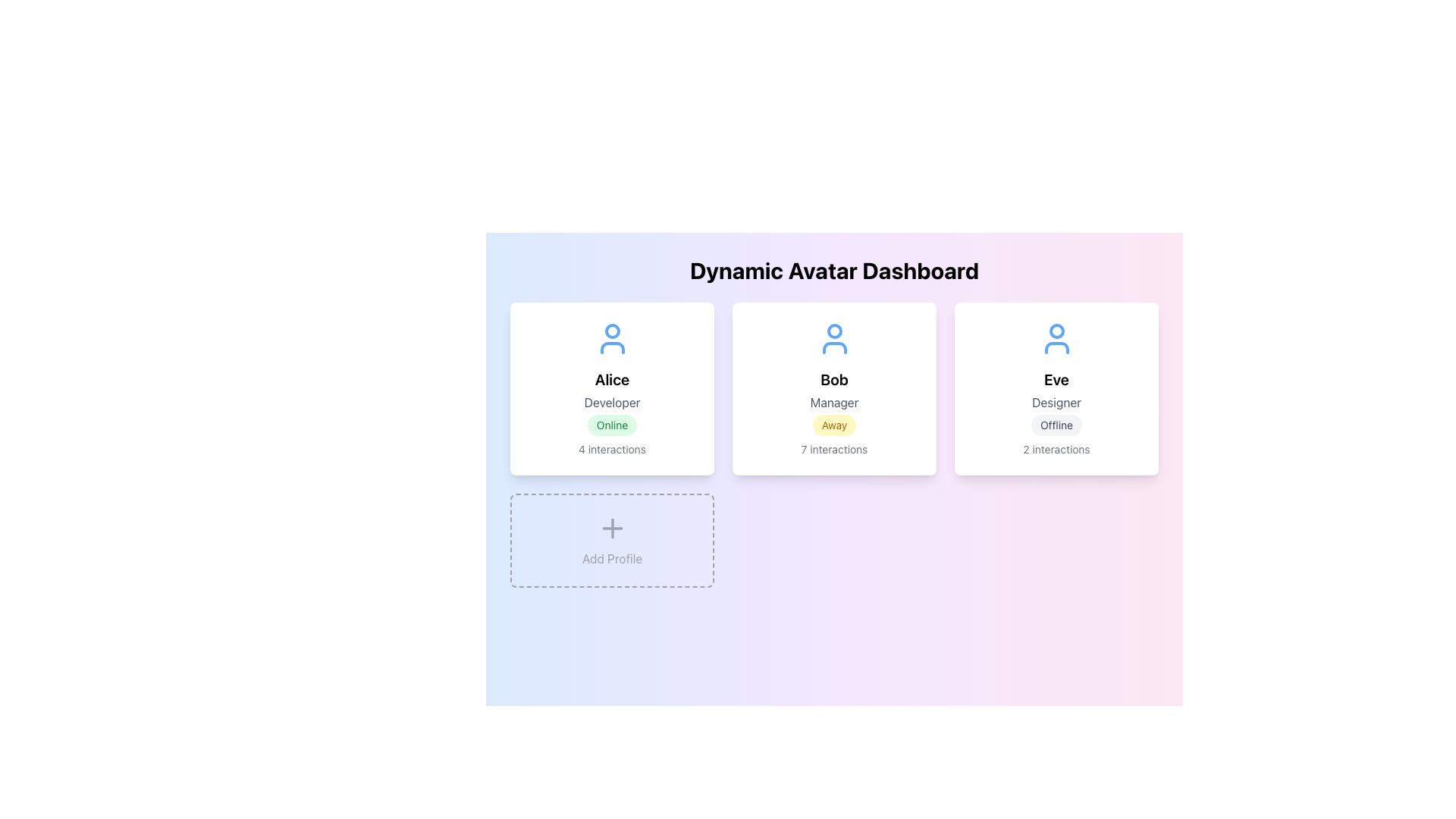 The width and height of the screenshot is (1456, 819). What do you see at coordinates (833, 449) in the screenshot?
I see `information displayed in the Text Label located at the bottom of the card titled 'Bob', which shows the number of interactions for user 'Bob'` at bounding box center [833, 449].